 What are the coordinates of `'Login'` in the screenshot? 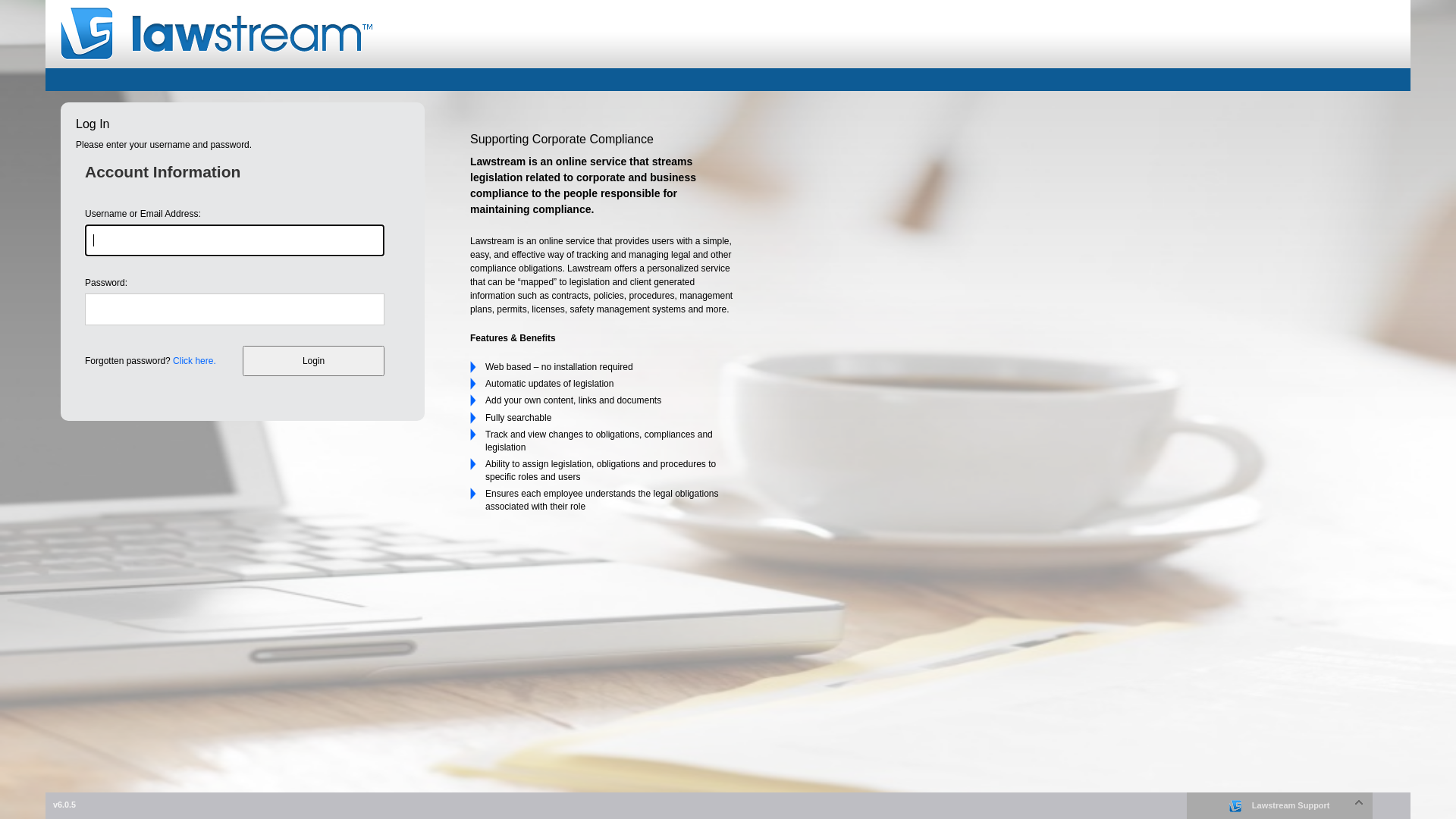 It's located at (243, 360).